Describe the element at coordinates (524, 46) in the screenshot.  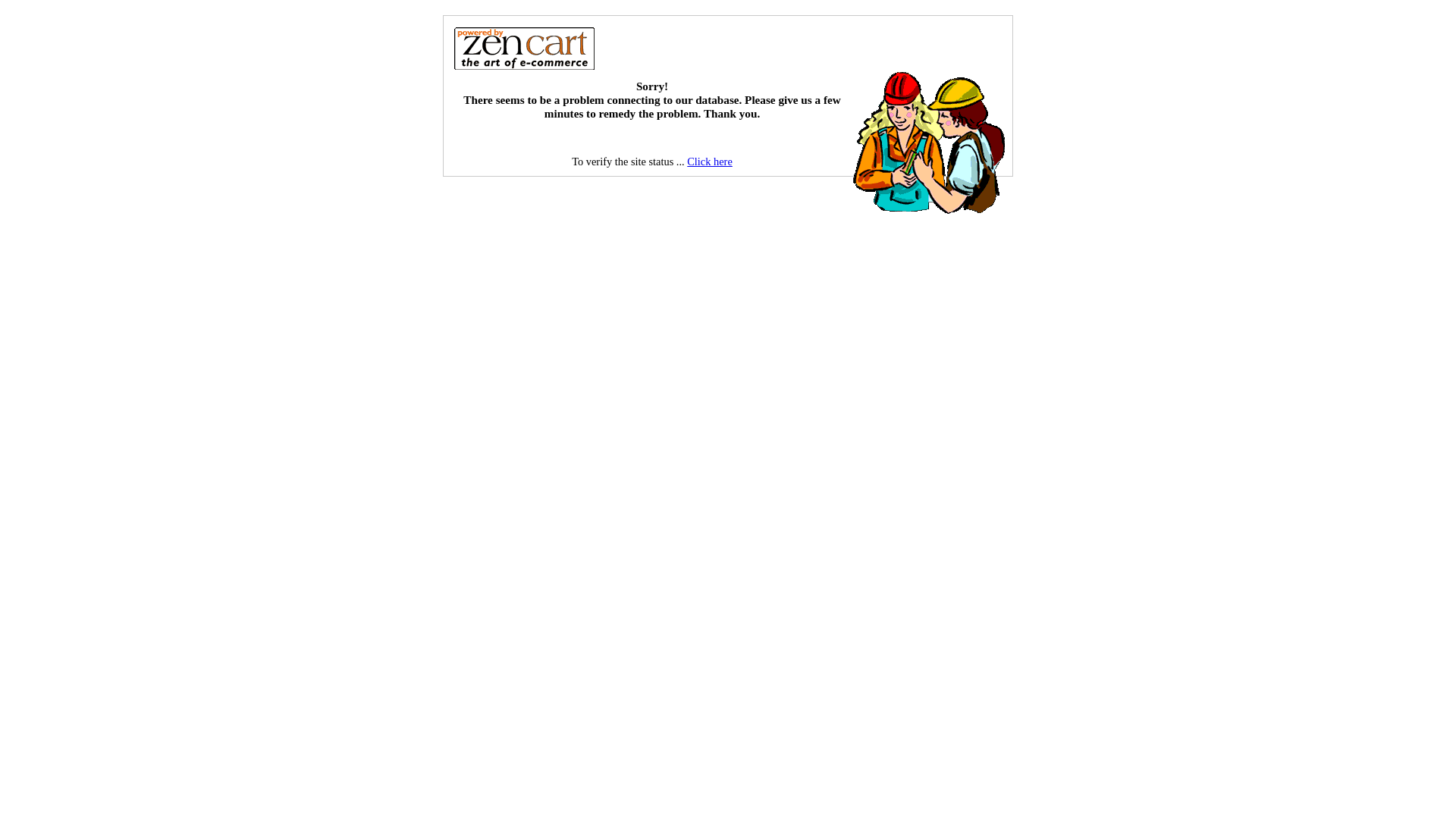
I see `'This Is my store logo. [home link]'` at that location.